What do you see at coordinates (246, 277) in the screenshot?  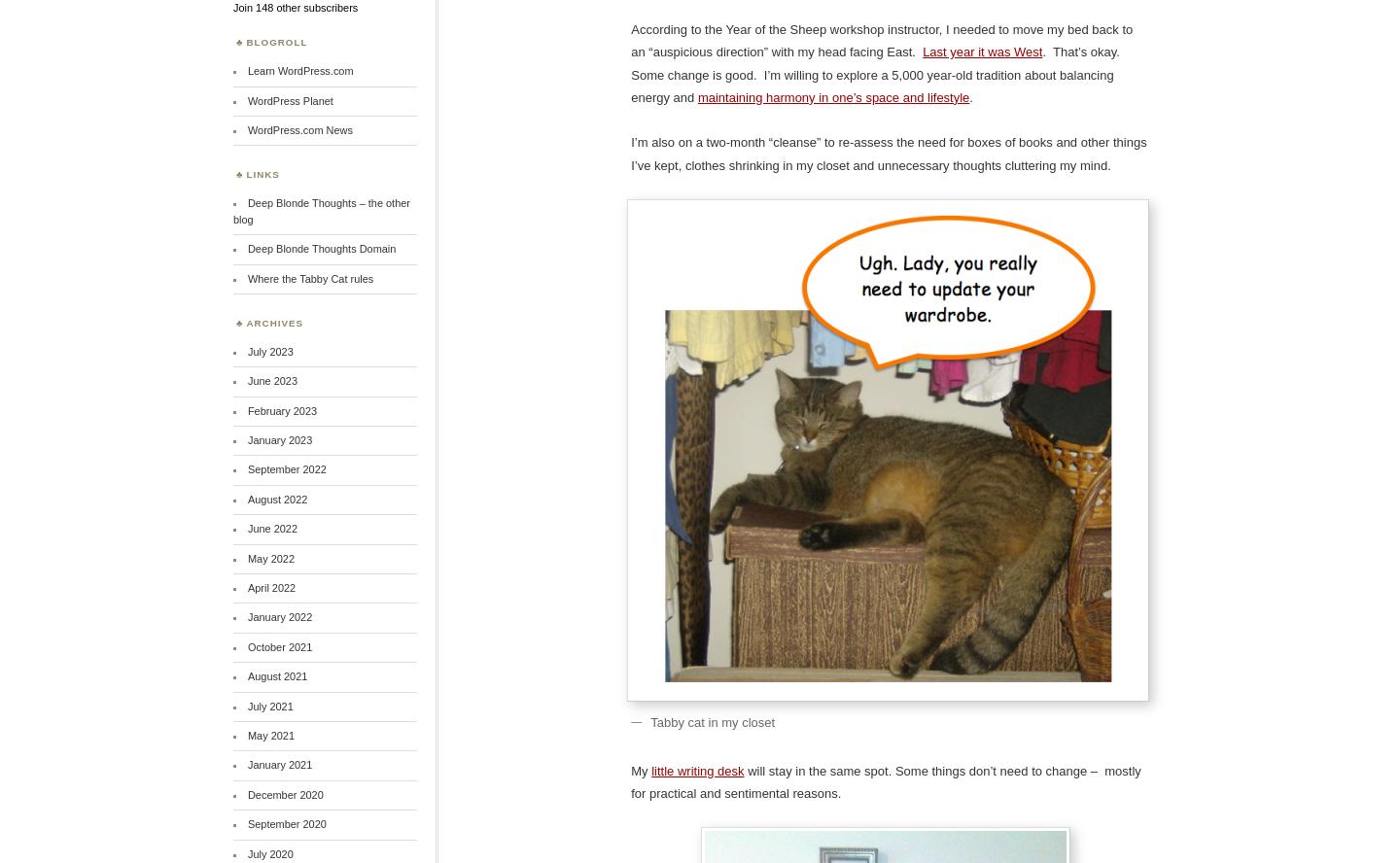 I see `'Where the Tabby Cat rules'` at bounding box center [246, 277].